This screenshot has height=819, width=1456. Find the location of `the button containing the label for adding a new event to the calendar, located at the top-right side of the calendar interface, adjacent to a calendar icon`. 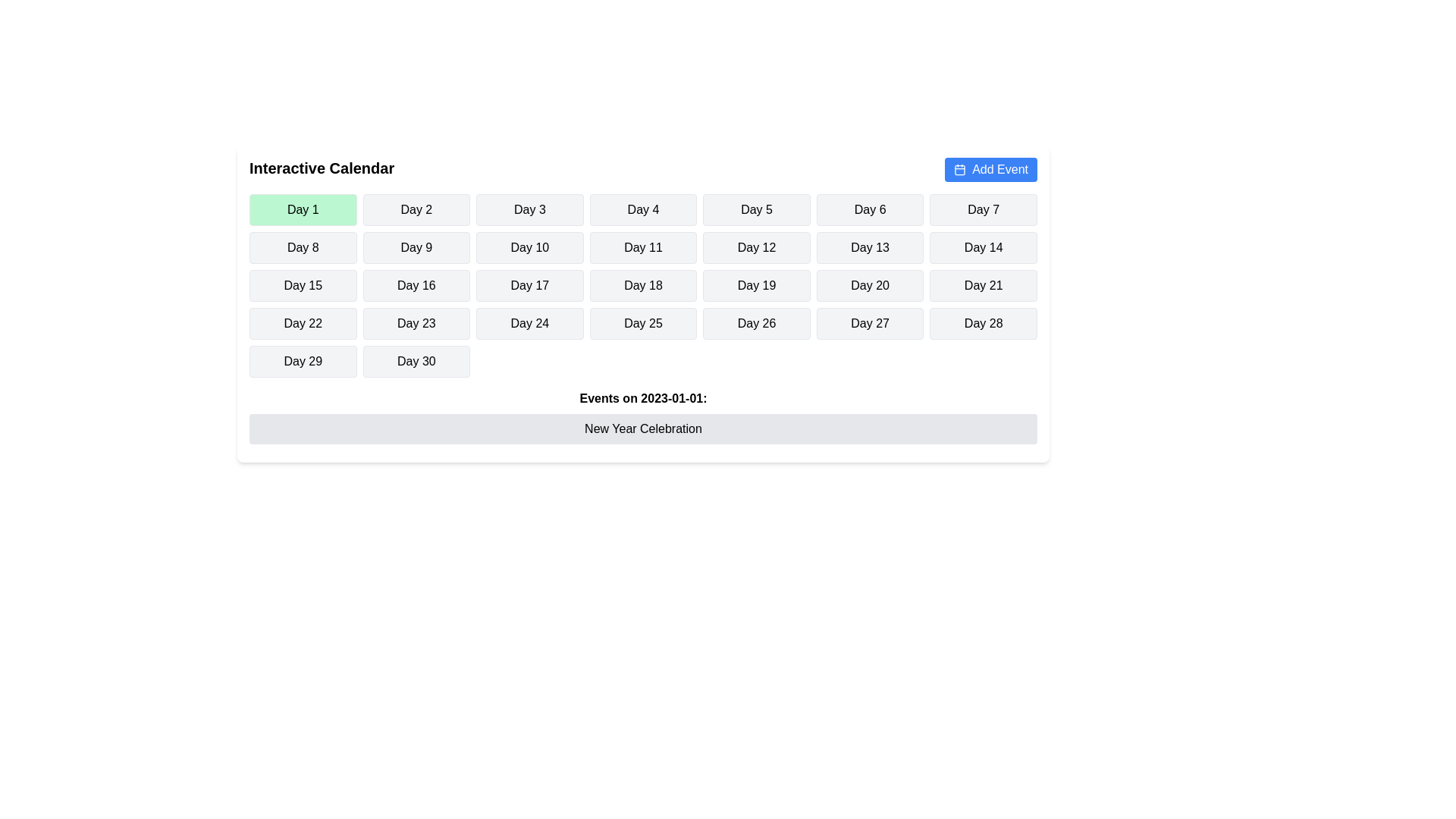

the button containing the label for adding a new event to the calendar, located at the top-right side of the calendar interface, adjacent to a calendar icon is located at coordinates (1000, 169).